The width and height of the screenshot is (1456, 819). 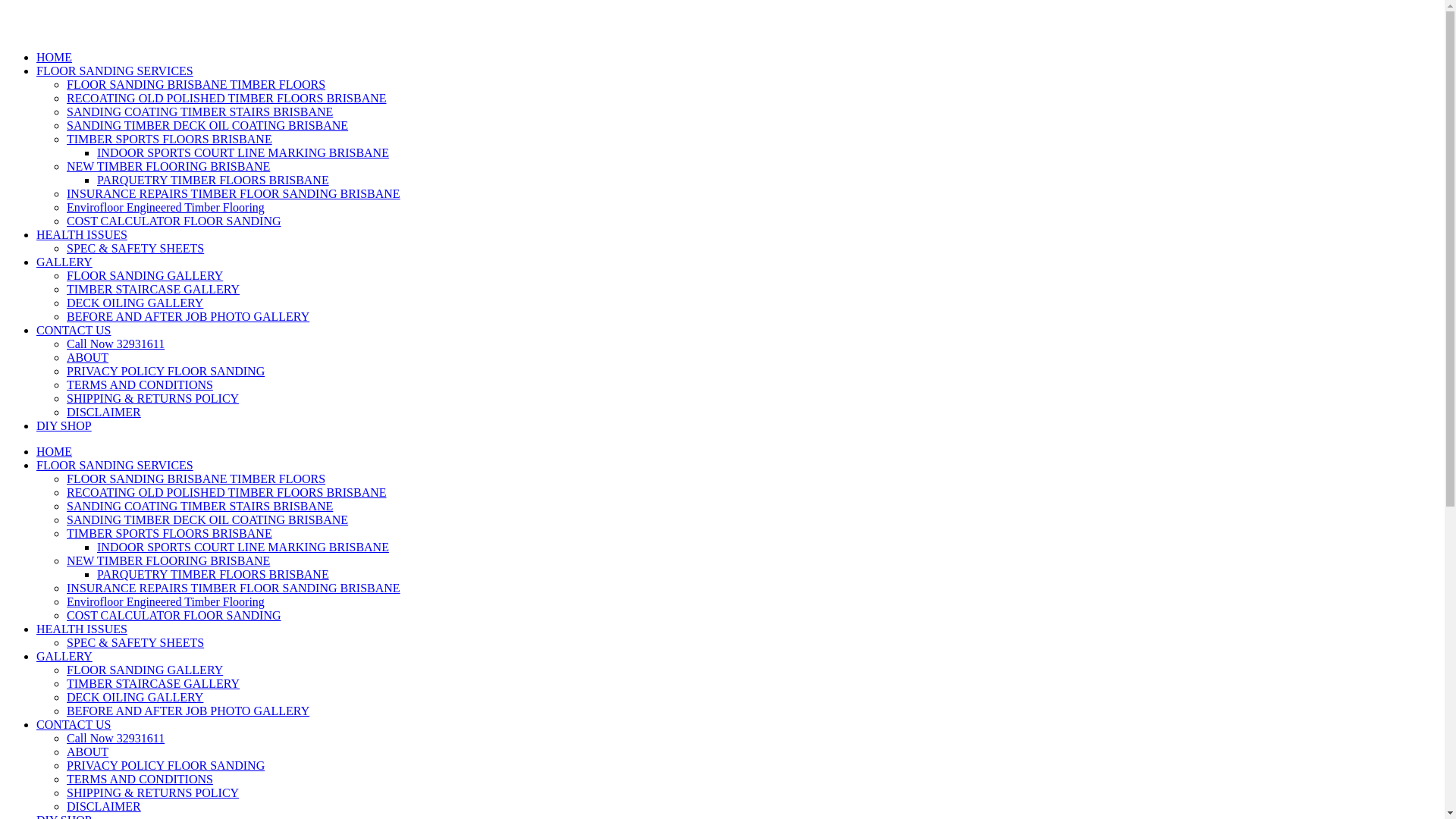 What do you see at coordinates (65, 532) in the screenshot?
I see `'TIMBER SPORTS FLOORS BRISBANE'` at bounding box center [65, 532].